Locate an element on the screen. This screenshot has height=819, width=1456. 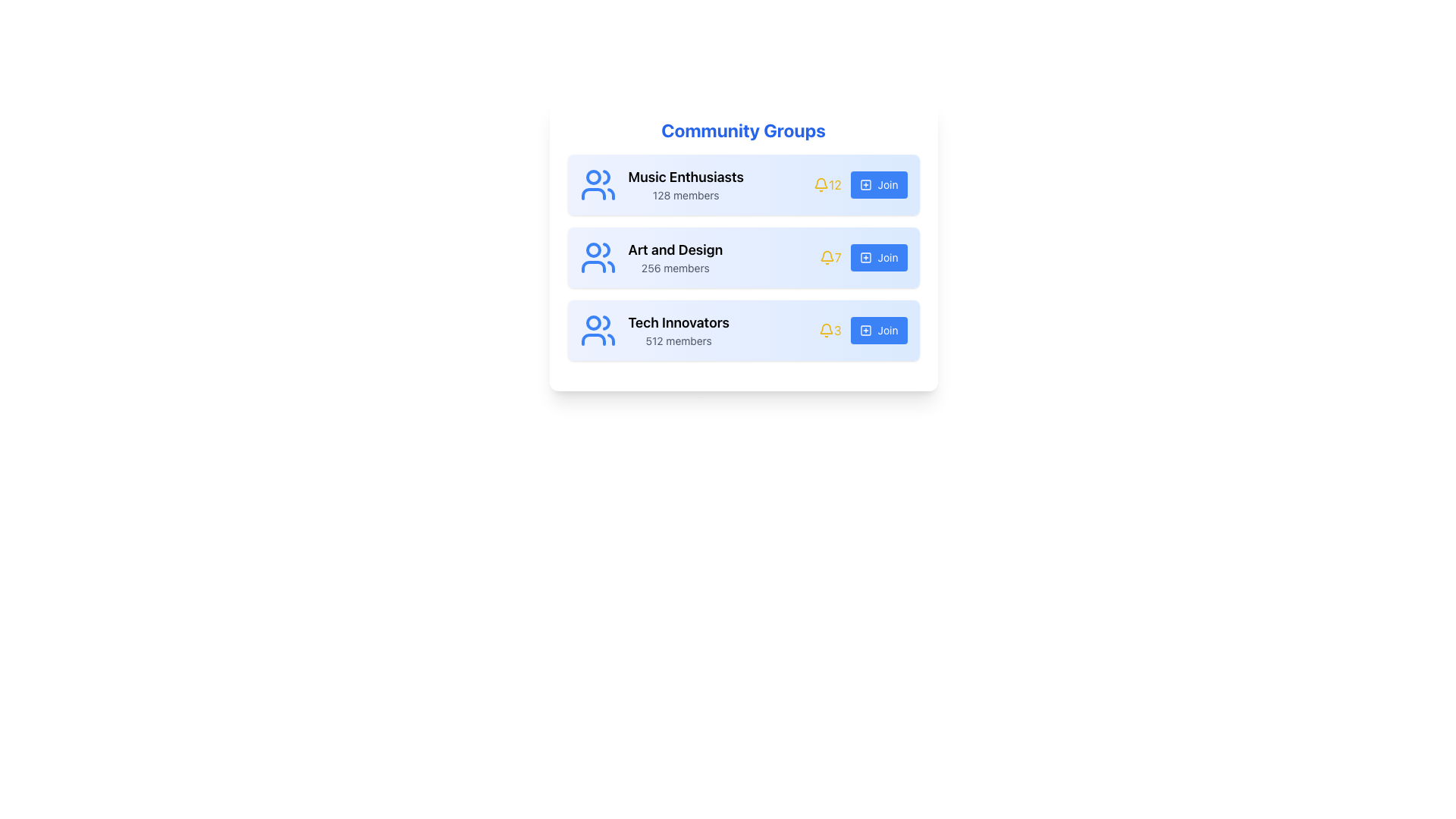
the yellow notification bell icon displaying the number '12' in the 'Music Enthusiasts' group section, which is located between the group name and the blue 'Join' button is located at coordinates (826, 184).